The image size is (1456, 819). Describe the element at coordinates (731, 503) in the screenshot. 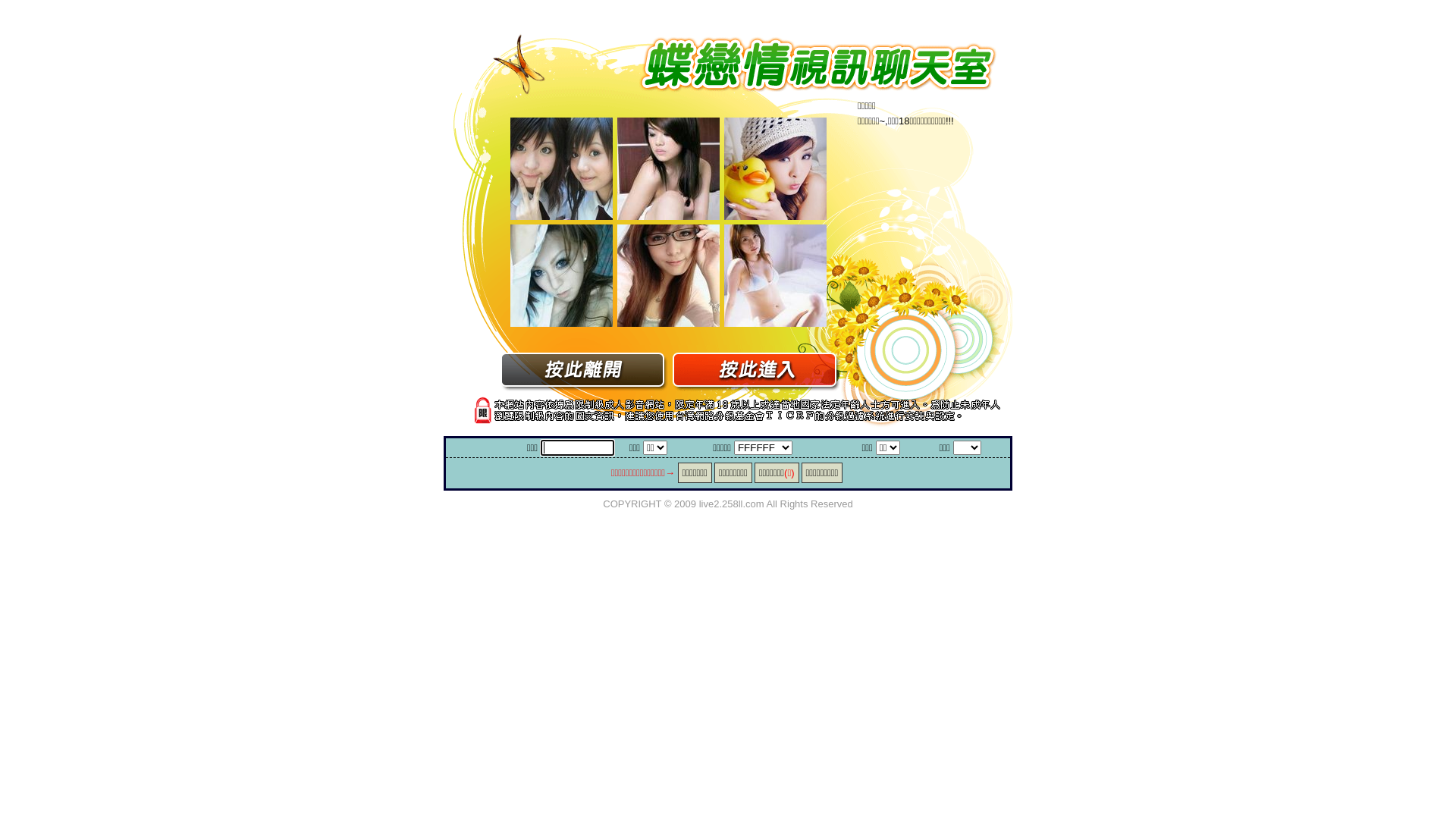

I see `'live2.258ll.com'` at that location.